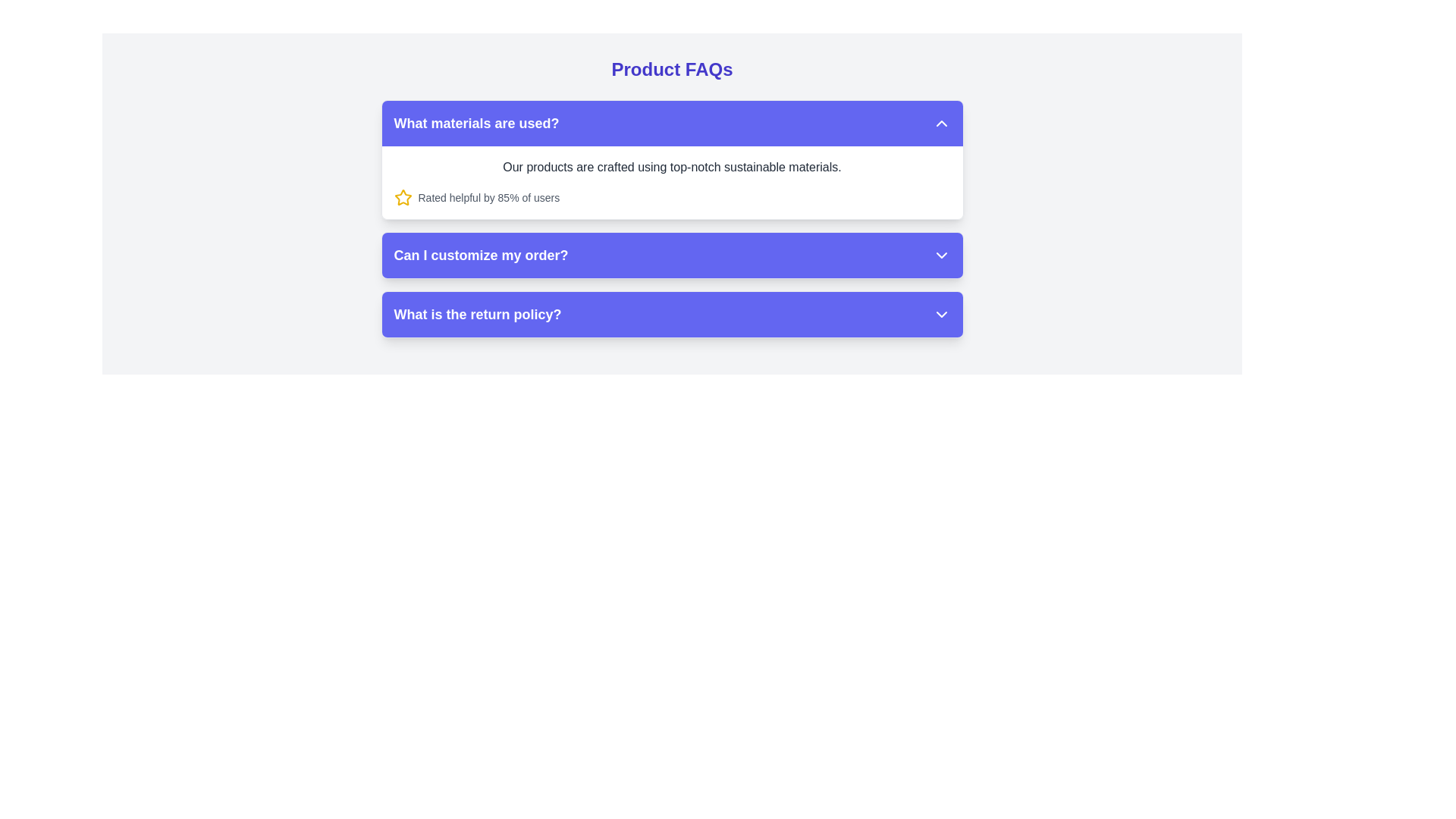 The width and height of the screenshot is (1456, 819). What do you see at coordinates (940, 122) in the screenshot?
I see `the upward-facing chevron icon with a triangular arrow shape, which is styled in white on a purple background, located at the upper-right corner of the header for the question item labeled 'What materials are used?'` at bounding box center [940, 122].